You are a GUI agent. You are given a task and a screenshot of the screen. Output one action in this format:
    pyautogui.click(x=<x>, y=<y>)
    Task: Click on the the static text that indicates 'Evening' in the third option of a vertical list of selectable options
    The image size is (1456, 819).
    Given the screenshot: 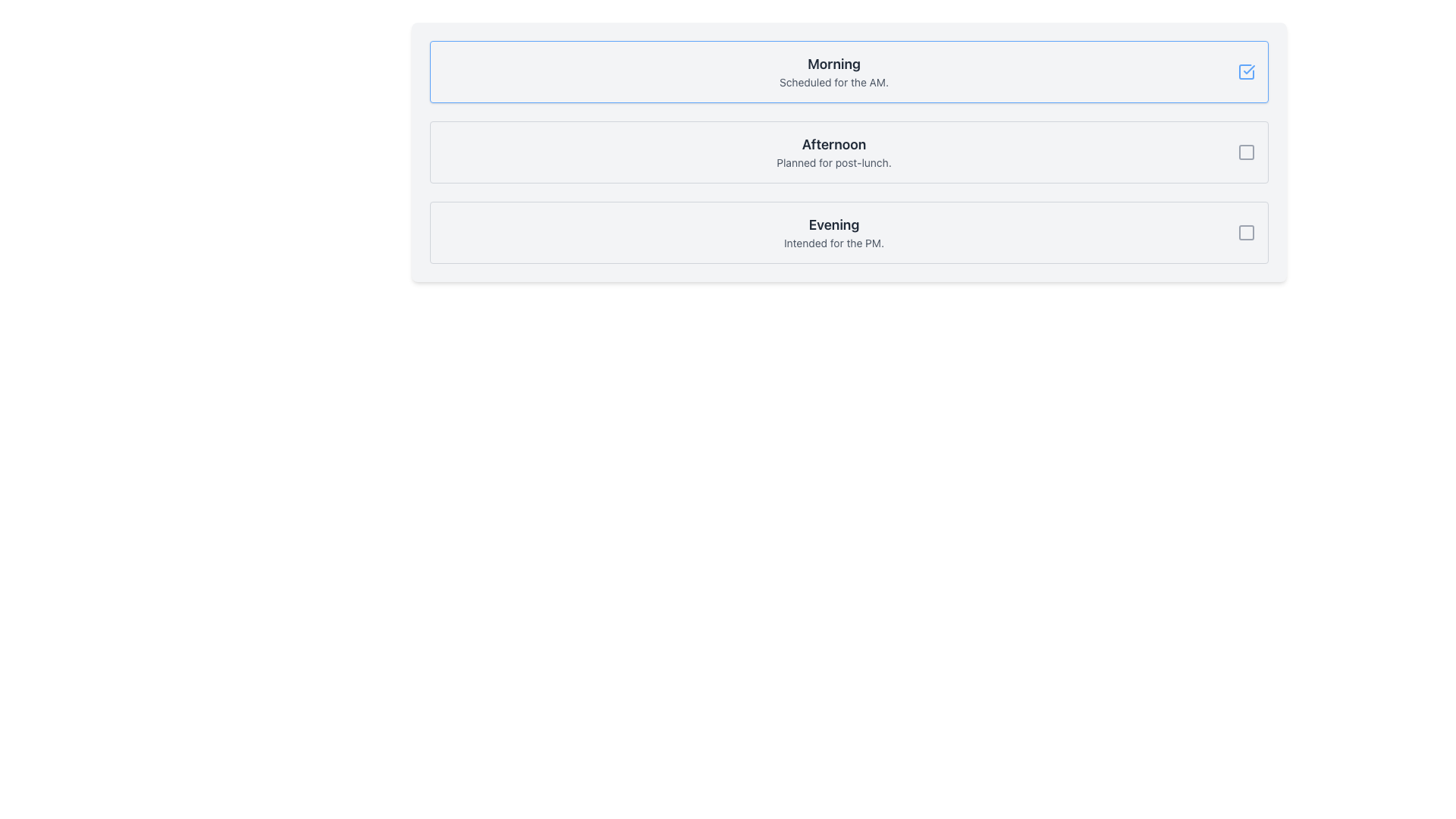 What is the action you would take?
    pyautogui.click(x=833, y=233)
    